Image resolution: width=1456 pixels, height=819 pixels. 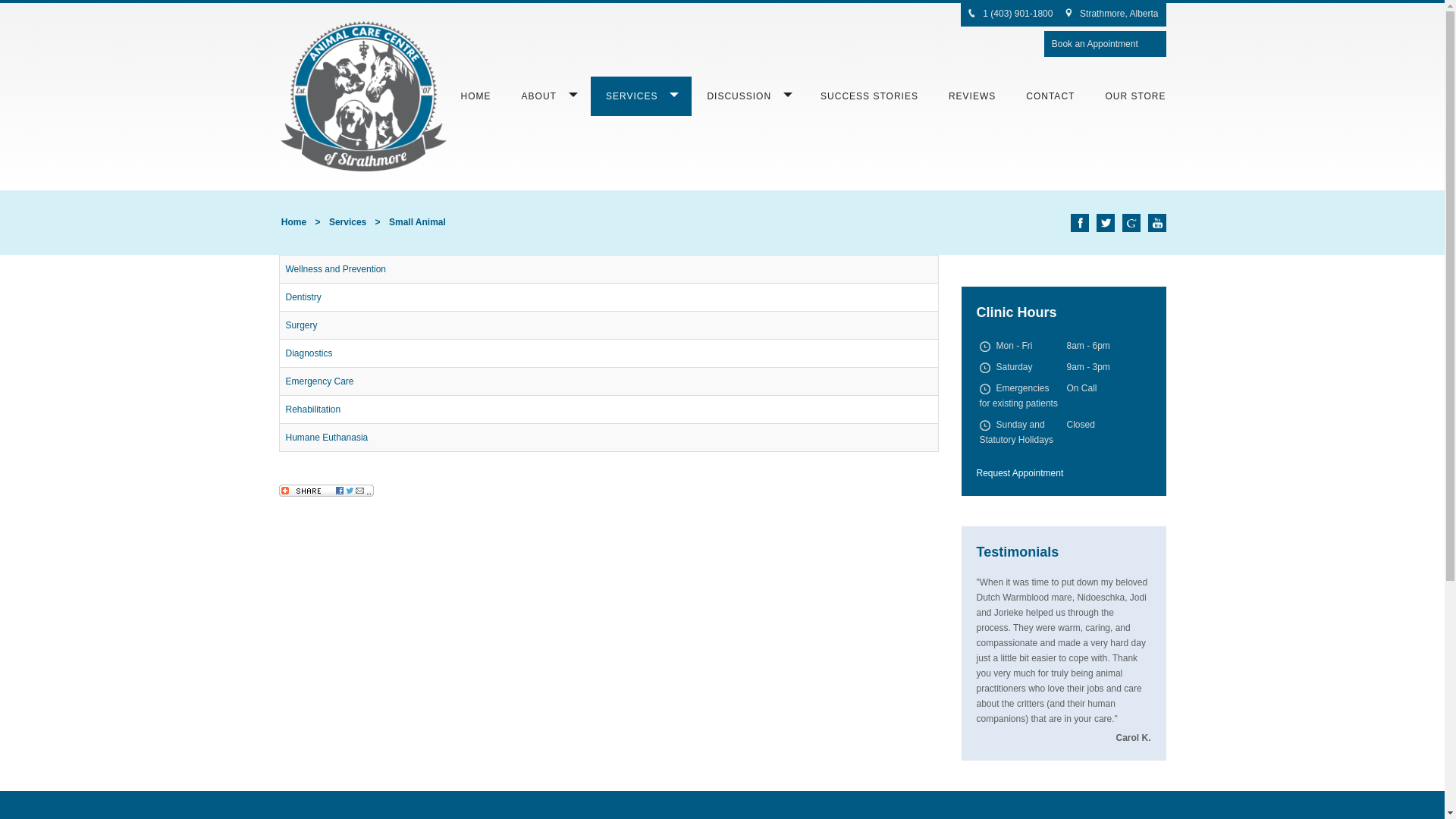 I want to click on 'SERVICES', so click(x=589, y=96).